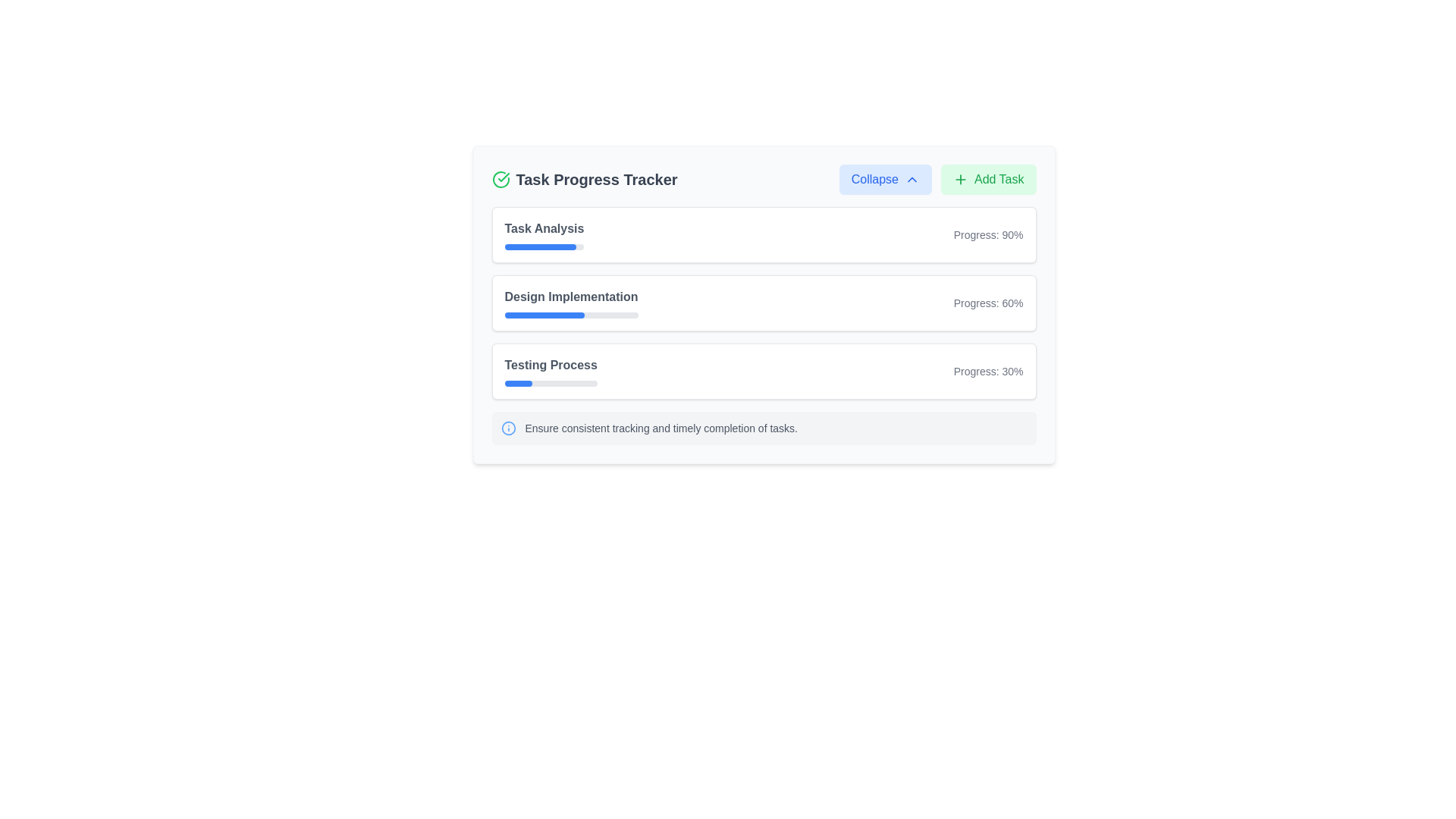 The image size is (1456, 819). Describe the element at coordinates (550, 382) in the screenshot. I see `the third progress bar indicating the 'Testing Process' task, located below its label` at that location.